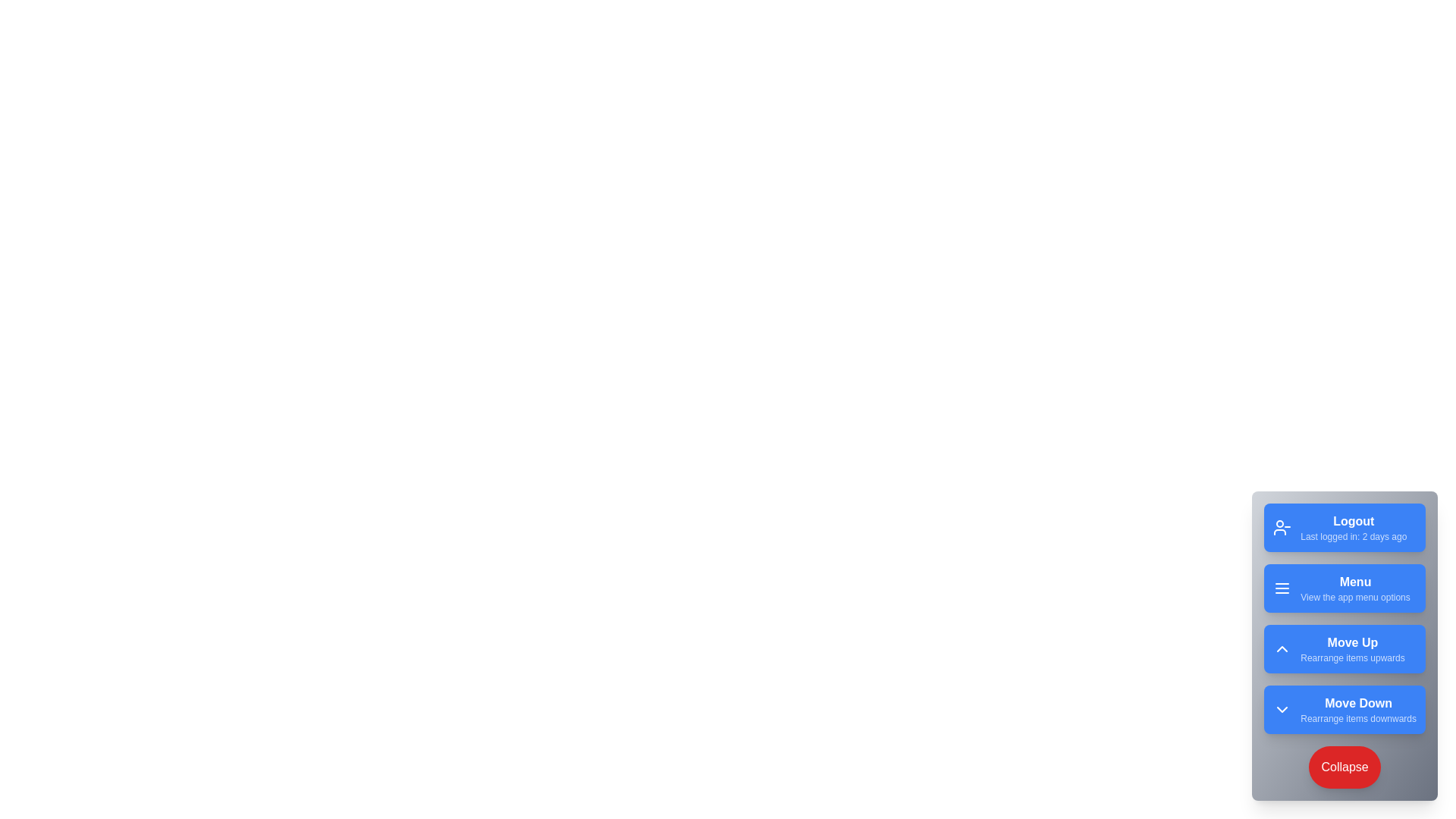 The image size is (1456, 819). What do you see at coordinates (1354, 526) in the screenshot?
I see `text on the text-based UI component styled as a button that provides informational feedback about the last login date, located at the top of the sidebar interface` at bounding box center [1354, 526].